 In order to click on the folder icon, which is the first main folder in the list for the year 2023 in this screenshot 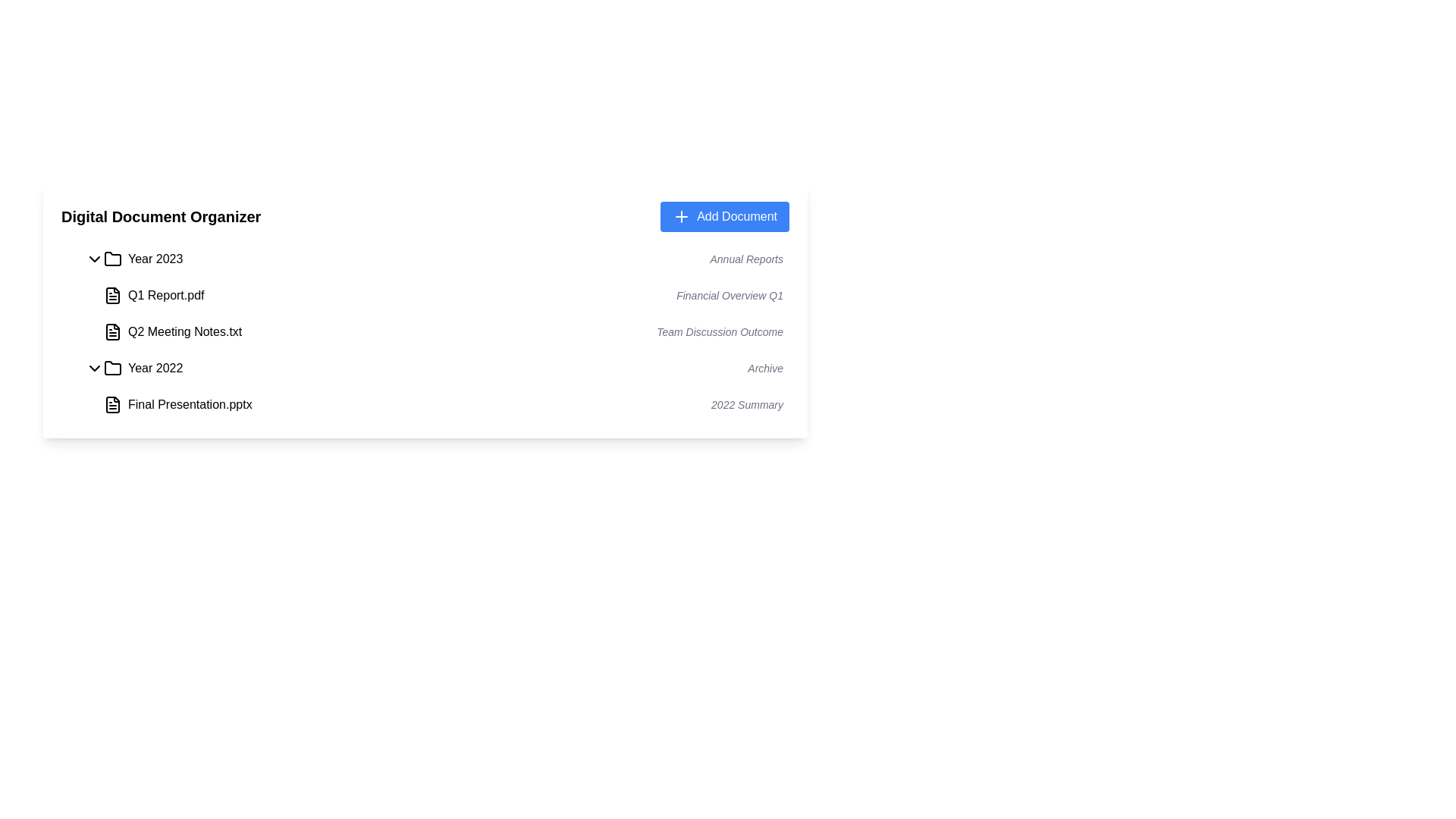, I will do `click(111, 258)`.